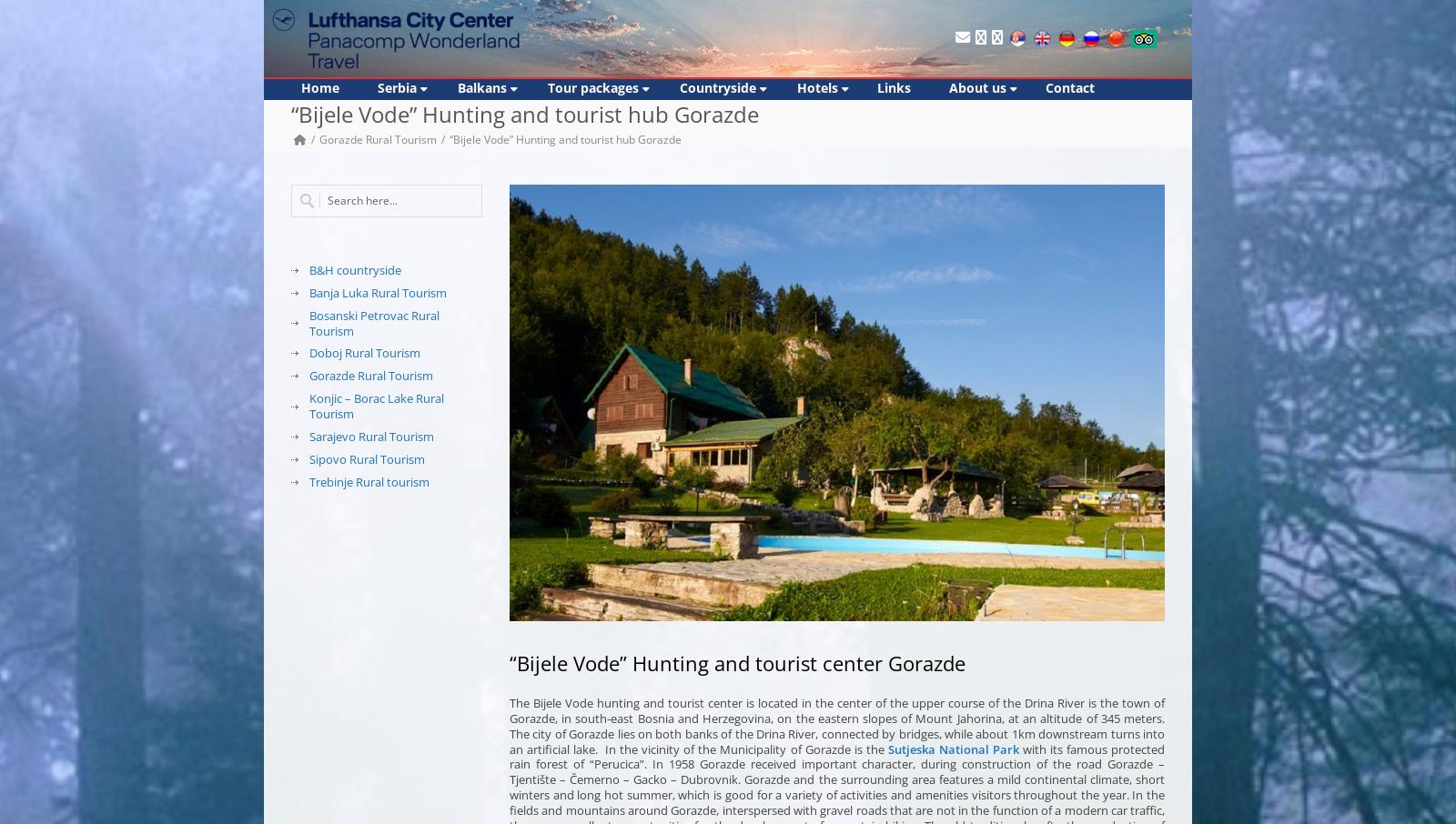  What do you see at coordinates (377, 291) in the screenshot?
I see `'Banja Luka Rural Tourism'` at bounding box center [377, 291].